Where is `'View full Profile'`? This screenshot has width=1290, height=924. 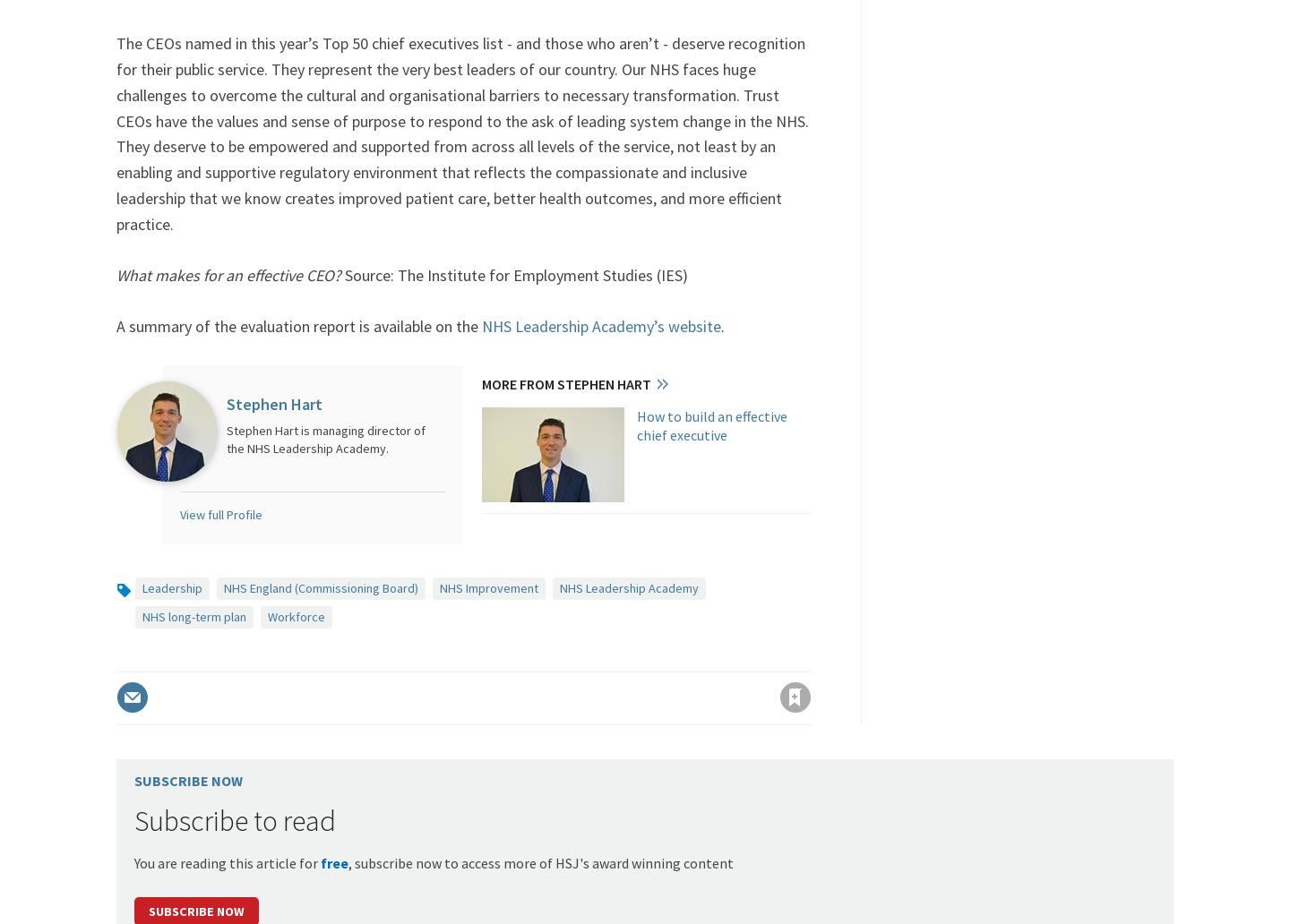 'View full Profile' is located at coordinates (219, 515).